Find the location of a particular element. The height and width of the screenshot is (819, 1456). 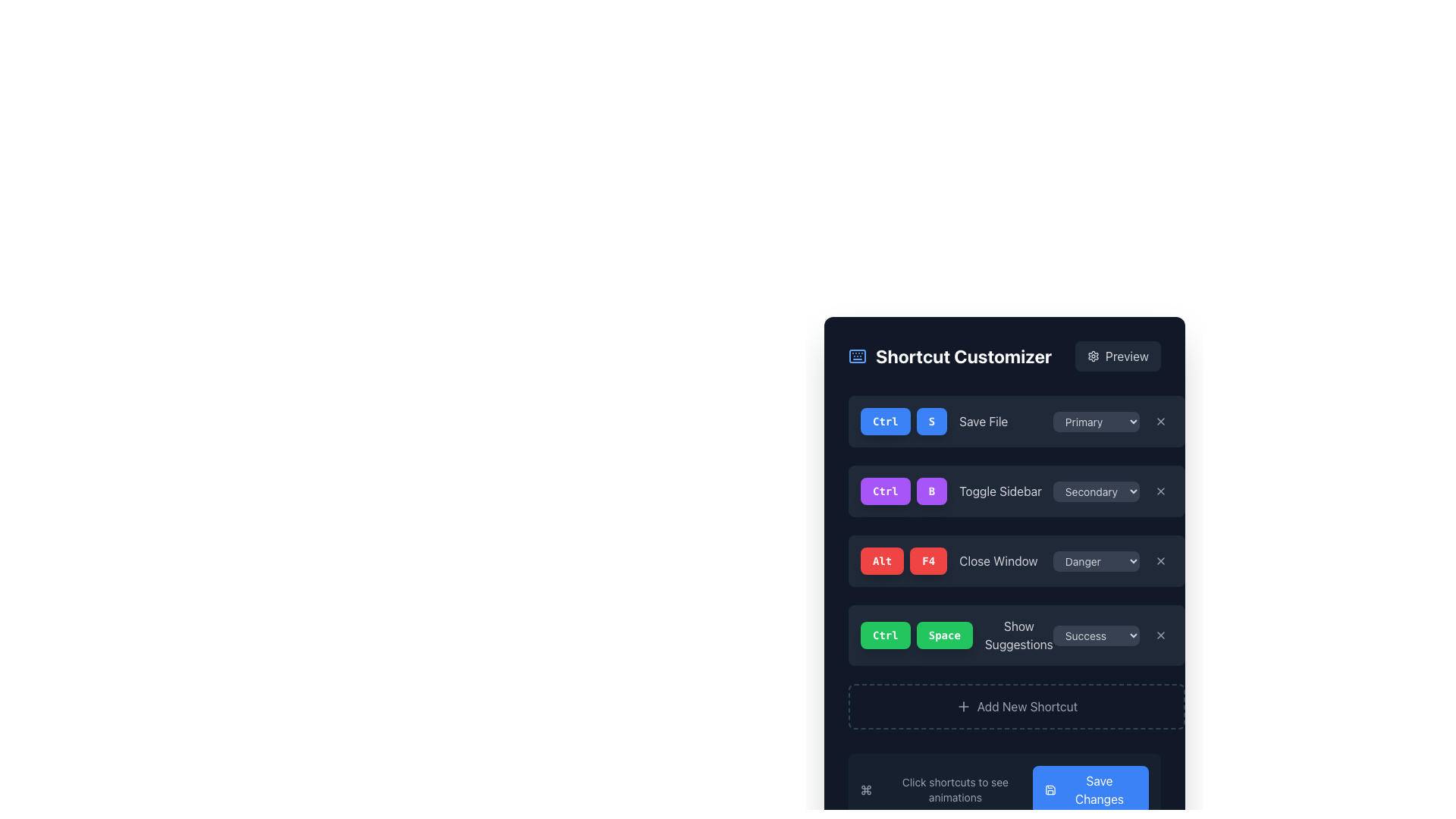

text label displaying 'Click shortcuts to see animations' located near the bottom of the section, positioned to the left of the blue 'Save Changes' button is located at coordinates (946, 789).